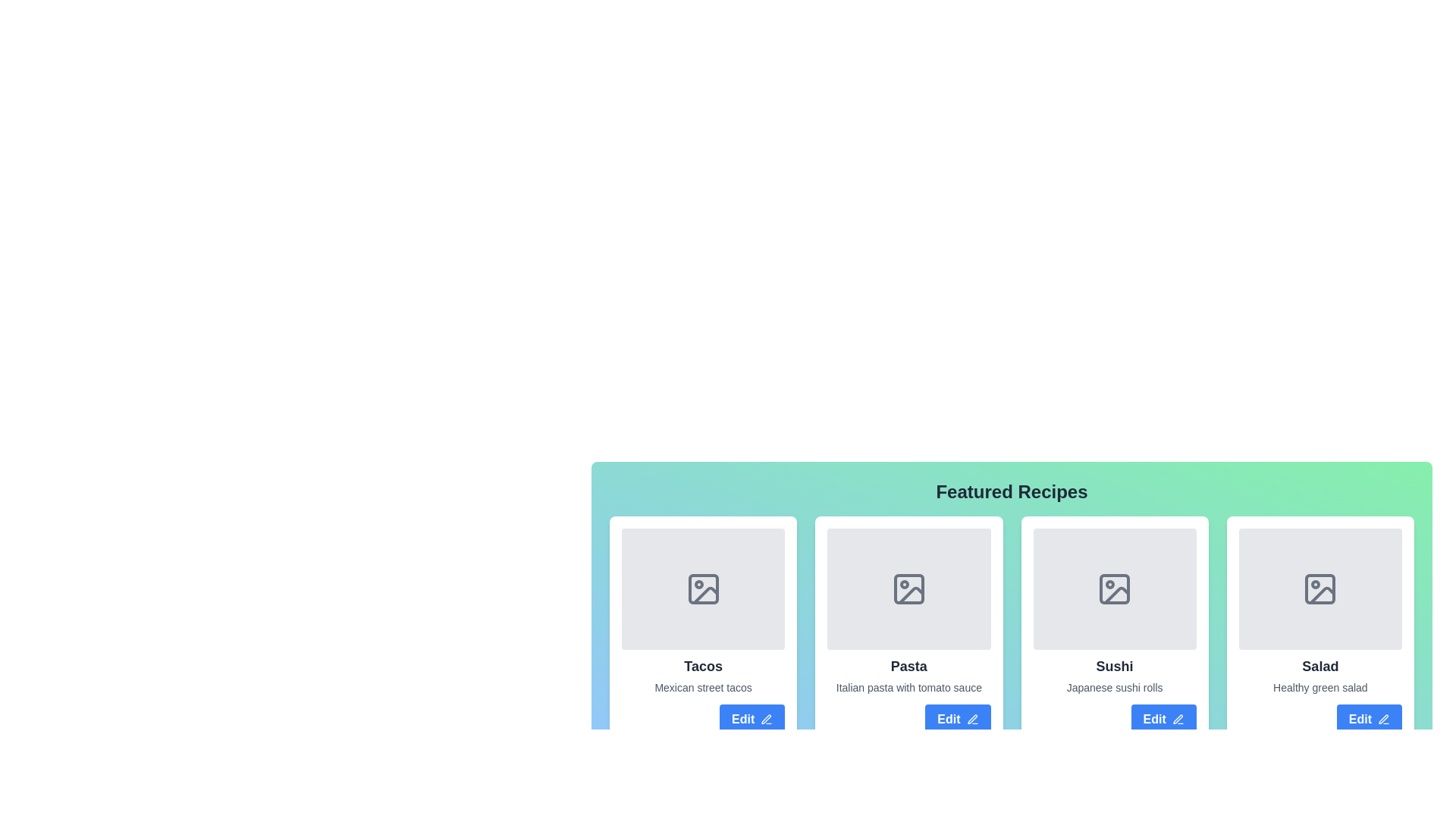  Describe the element at coordinates (908, 718) in the screenshot. I see `the button in the lower-right corner of the 'Pasta' recipe card to initiate editing of the recipe information` at that location.